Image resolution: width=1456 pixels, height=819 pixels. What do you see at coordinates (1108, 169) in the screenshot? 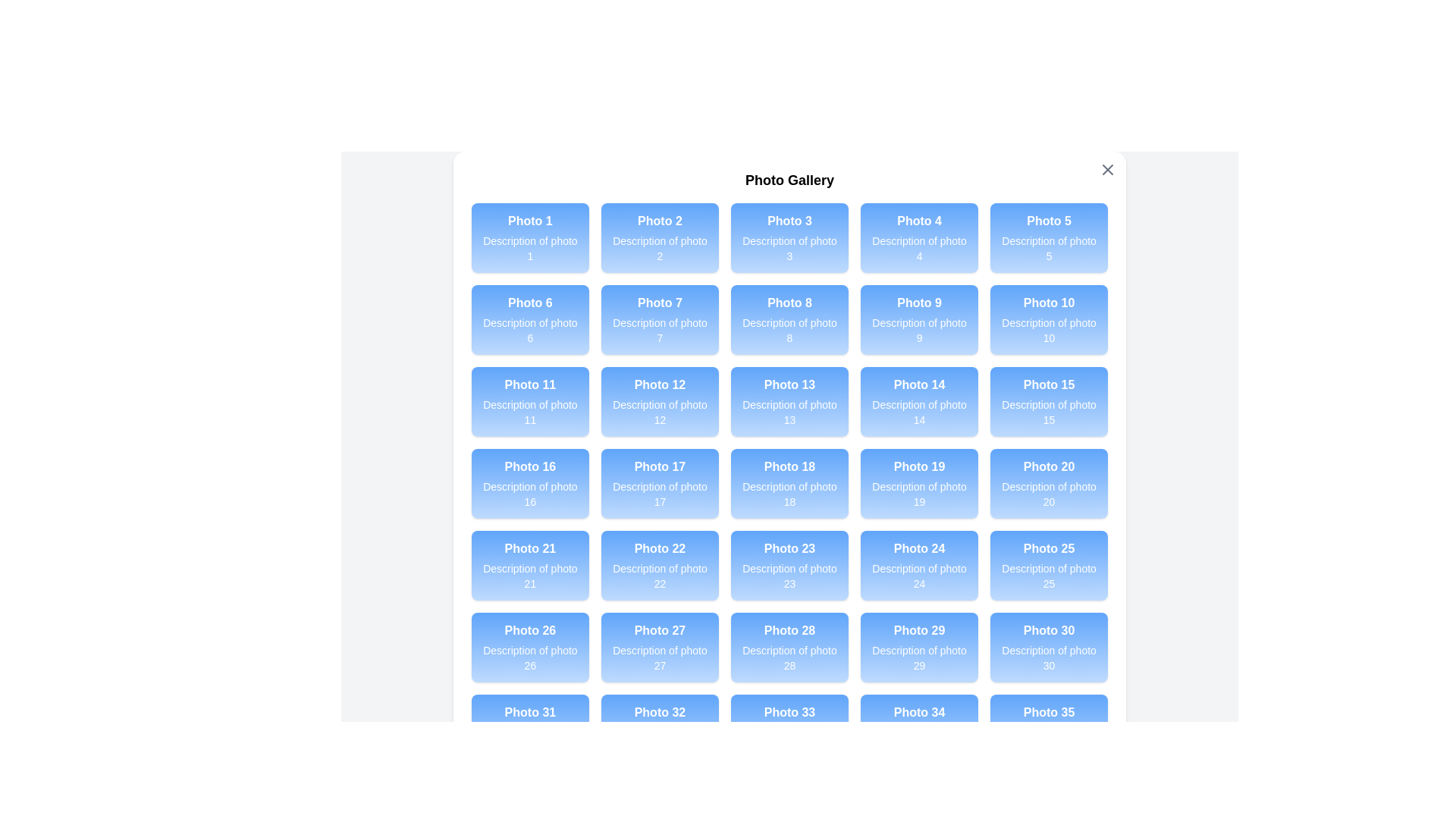
I see `the close button located at the top-right corner of the dialog` at bounding box center [1108, 169].